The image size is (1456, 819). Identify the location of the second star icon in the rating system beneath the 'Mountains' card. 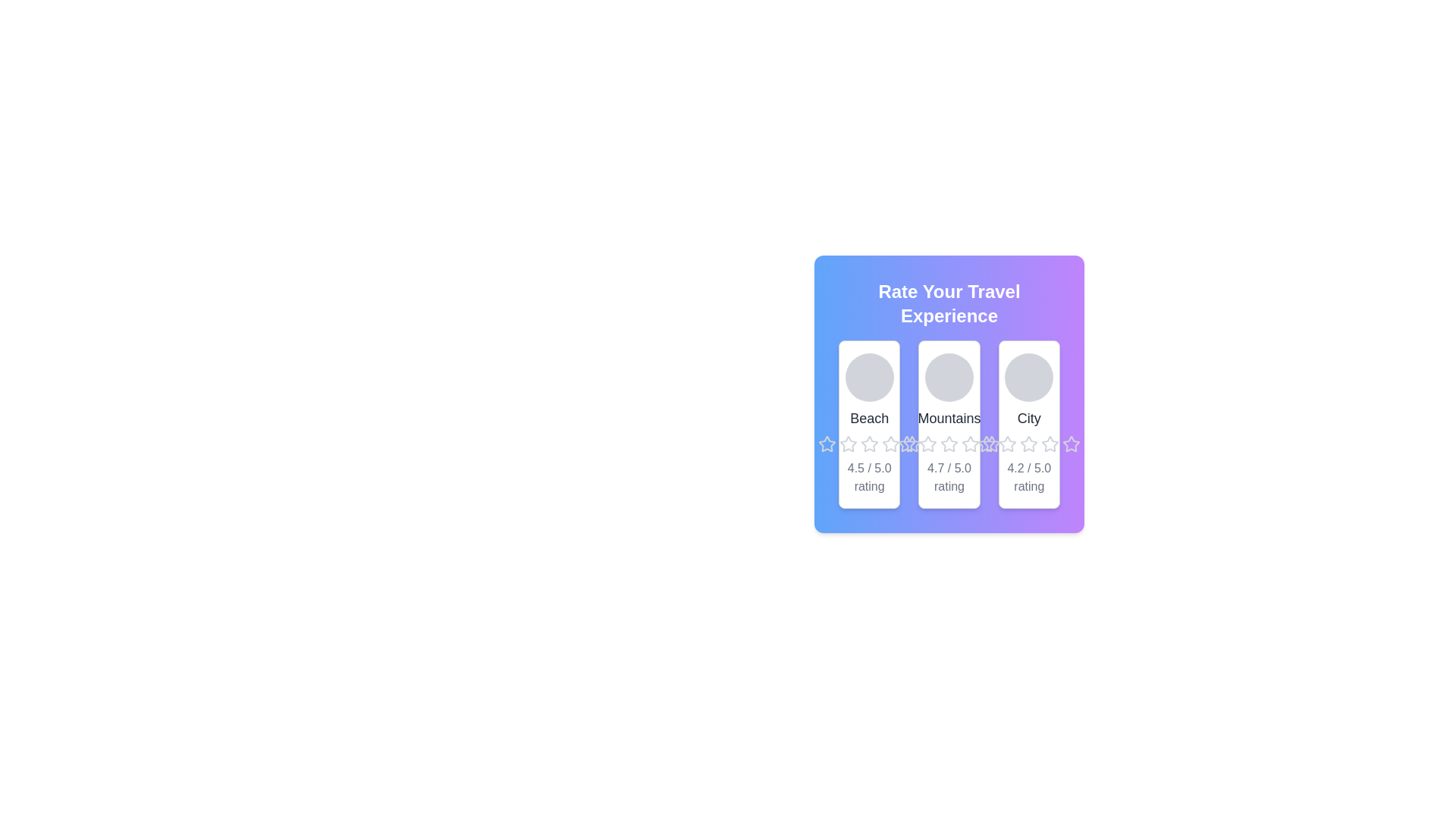
(911, 444).